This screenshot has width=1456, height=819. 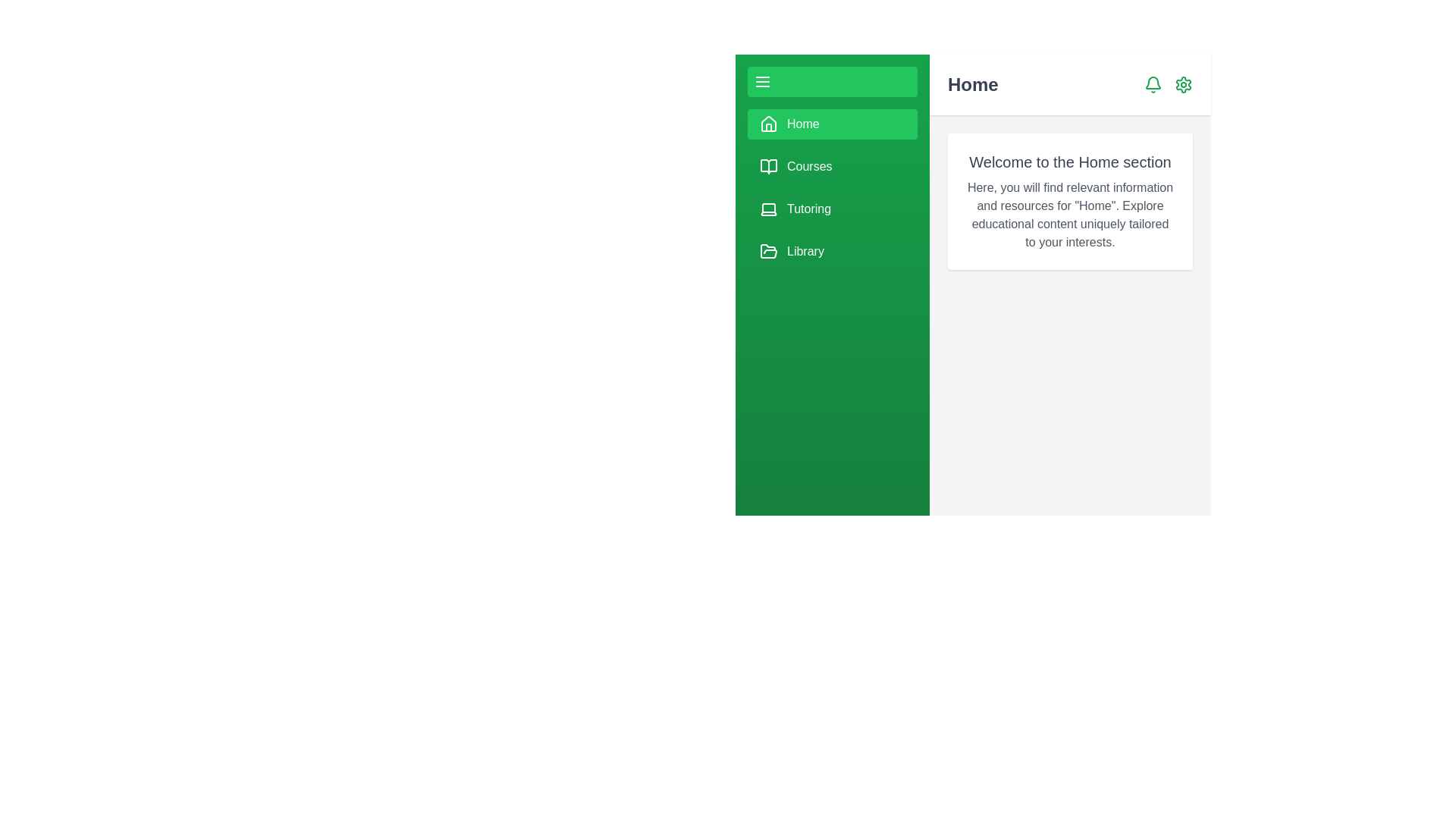 I want to click on the 'Home' icon located in the left-side navigation bar, which is visually represented as the first interactive element in the green-highlighted 'Home' button section, so click(x=768, y=124).